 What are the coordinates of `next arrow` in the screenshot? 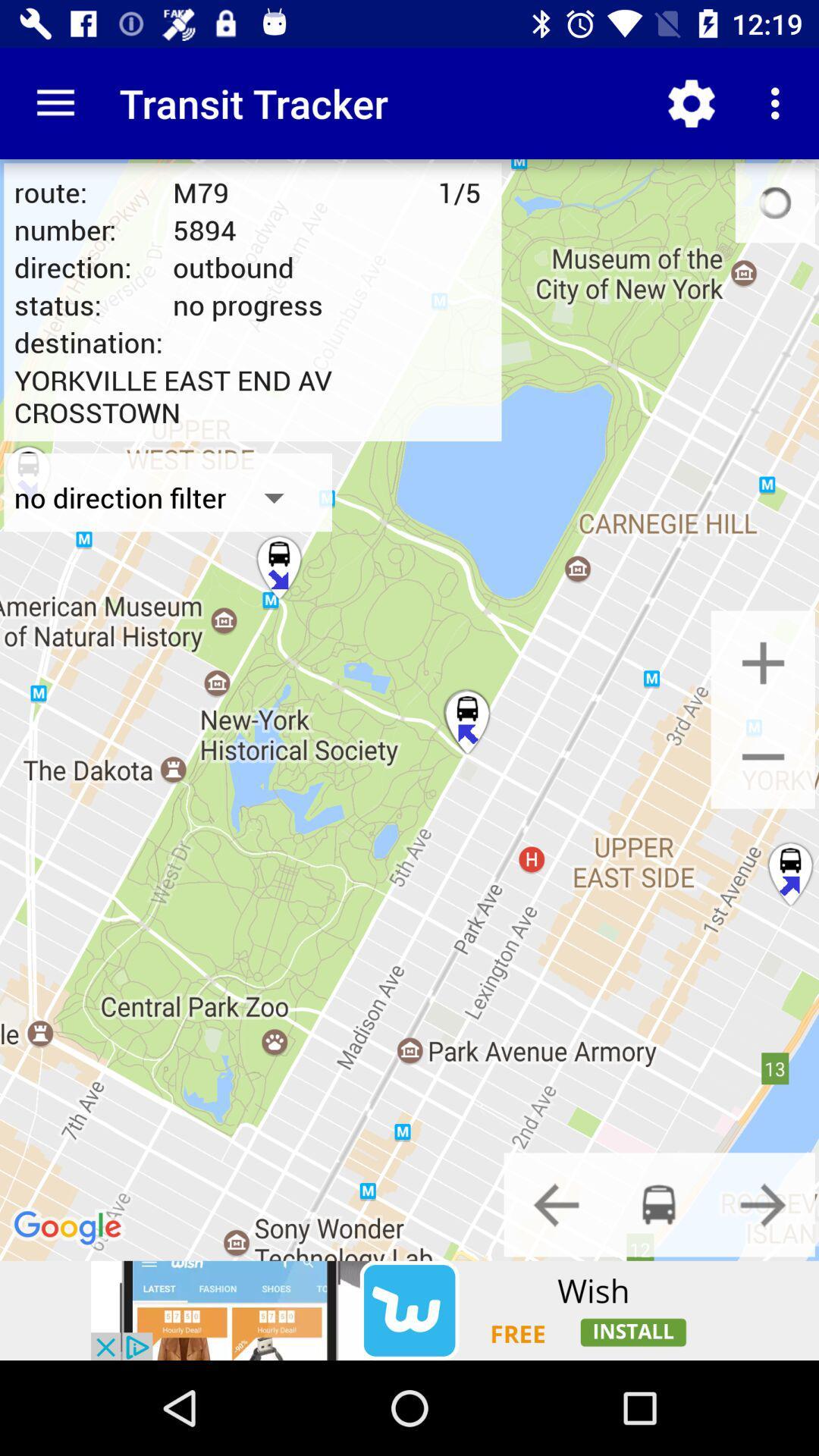 It's located at (763, 1203).